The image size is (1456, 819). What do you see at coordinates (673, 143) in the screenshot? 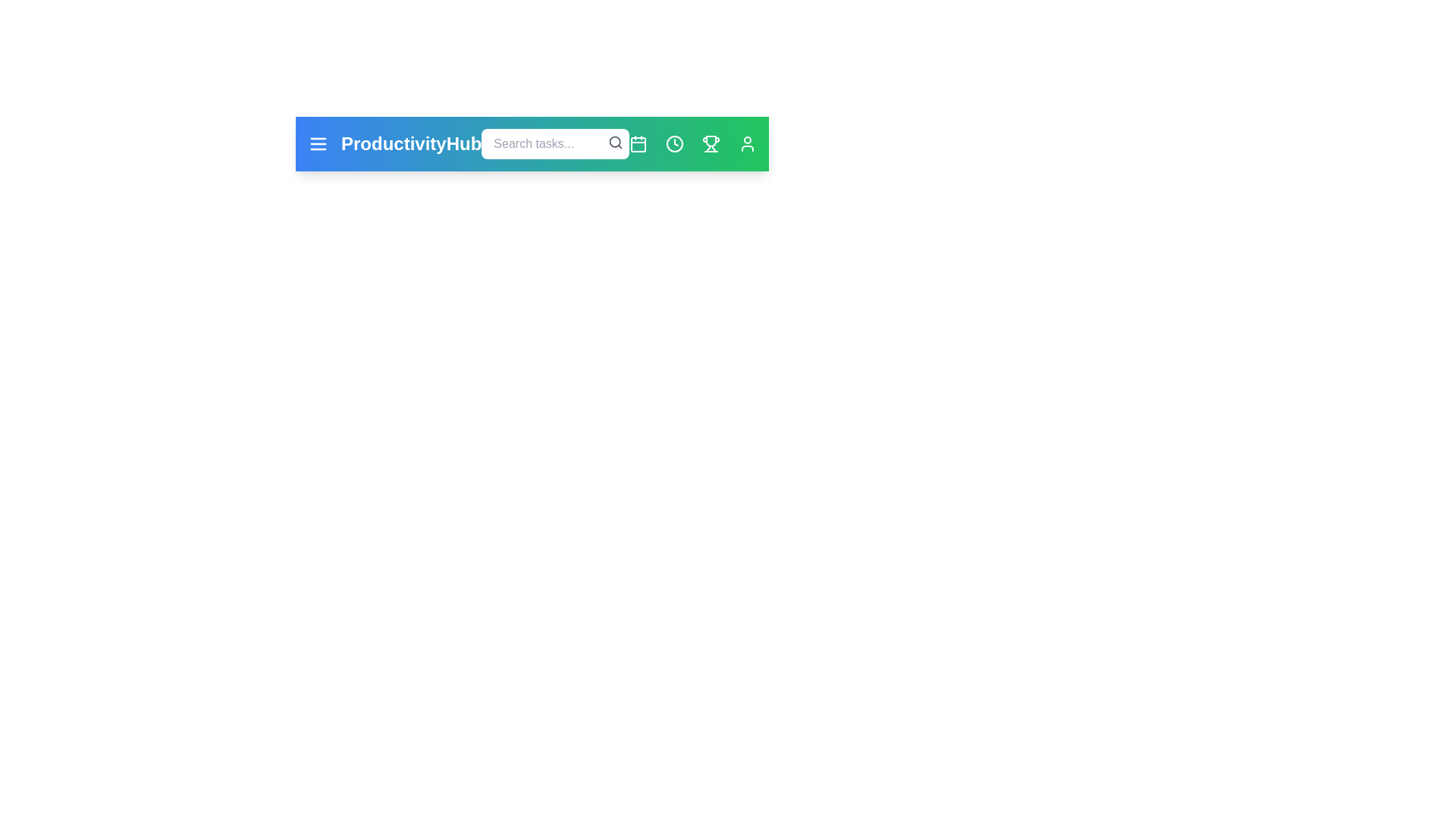
I see `the clock icon to access time management settings` at bounding box center [673, 143].